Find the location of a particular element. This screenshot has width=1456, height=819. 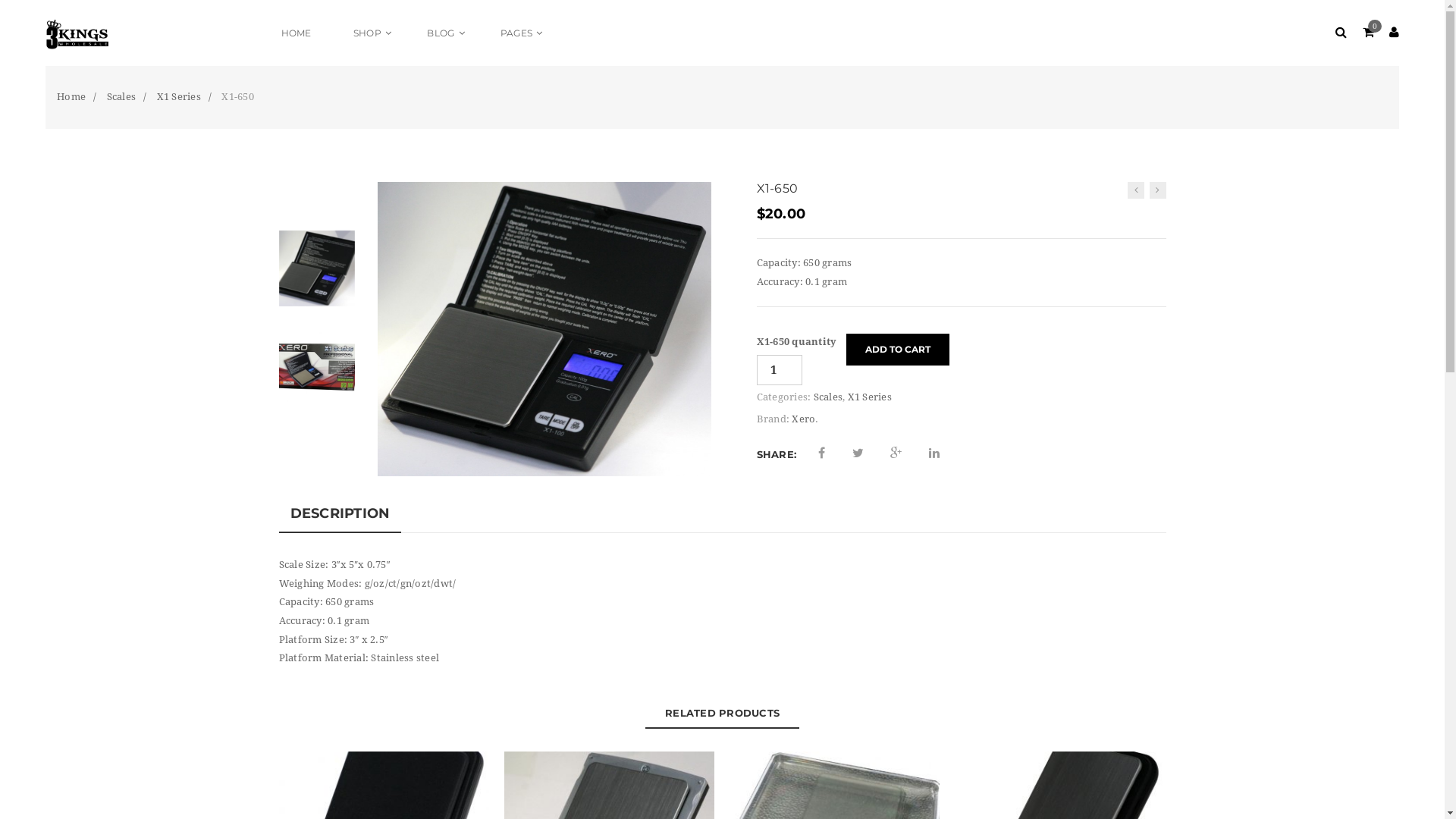

'Qty' is located at coordinates (757, 370).